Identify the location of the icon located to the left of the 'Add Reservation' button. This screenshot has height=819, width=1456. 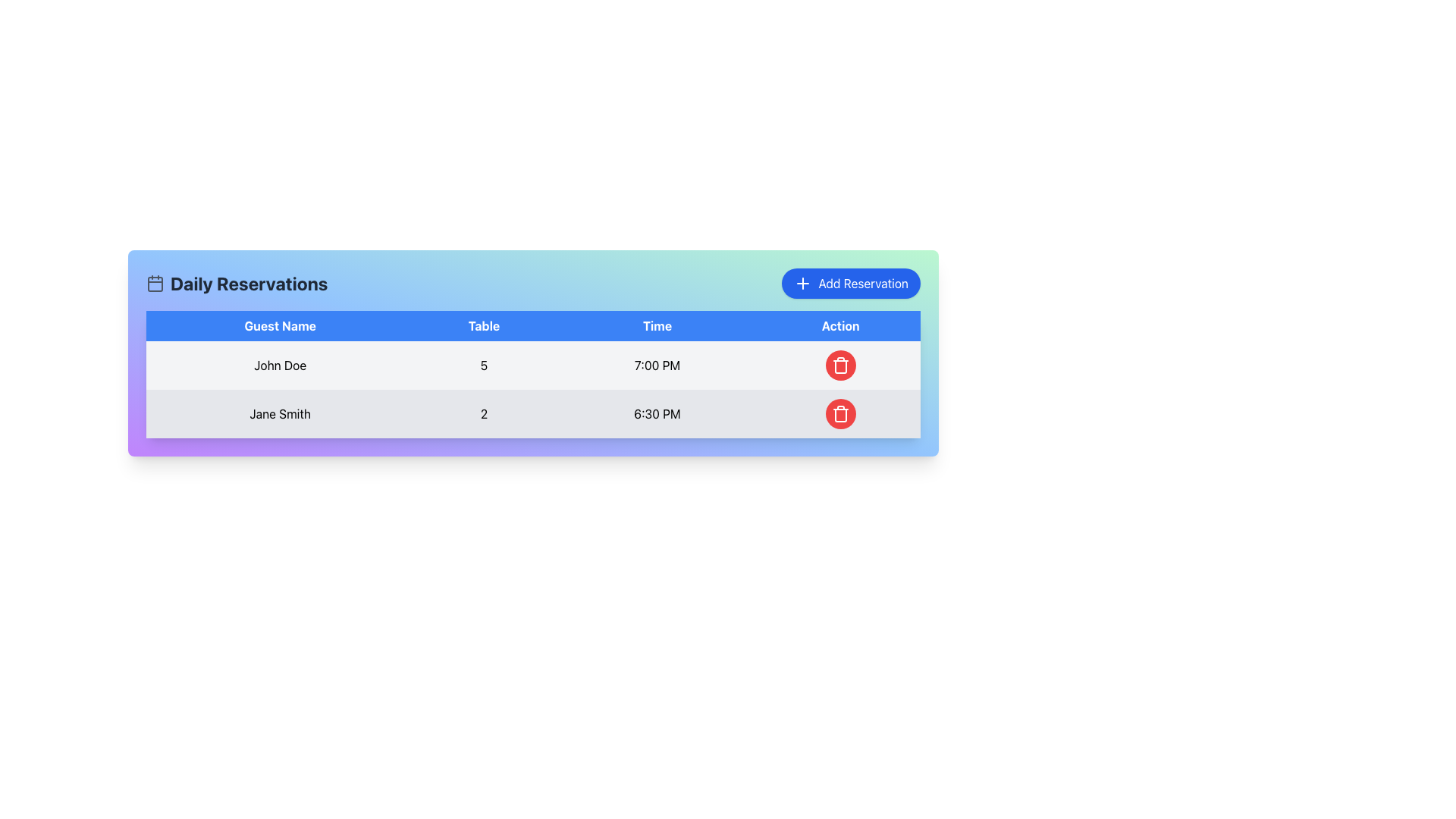
(802, 284).